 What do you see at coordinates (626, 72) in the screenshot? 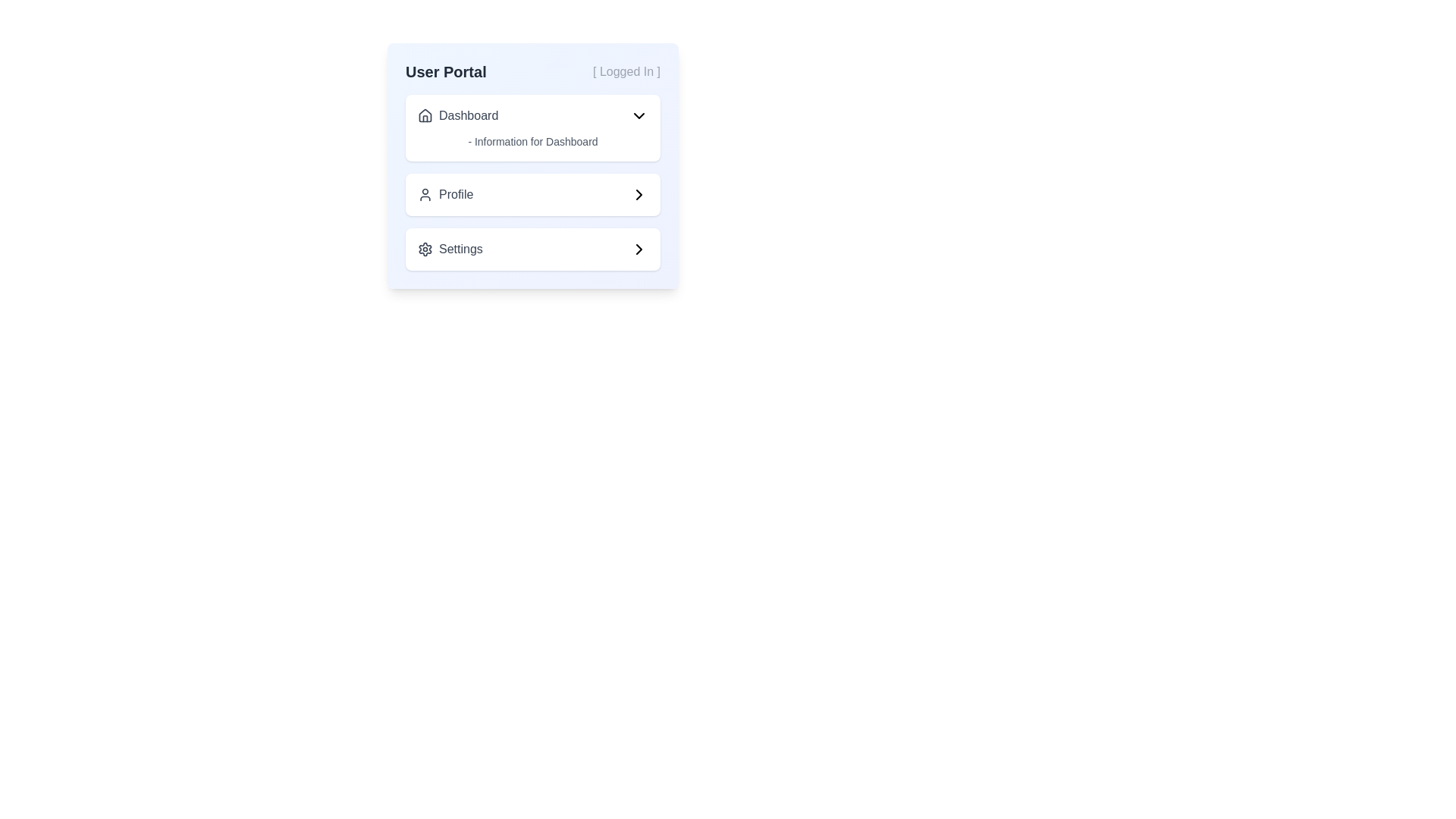
I see `the static text label that displays the logged-in status of the user, located to the right of the 'User Portal' text in the header section` at bounding box center [626, 72].